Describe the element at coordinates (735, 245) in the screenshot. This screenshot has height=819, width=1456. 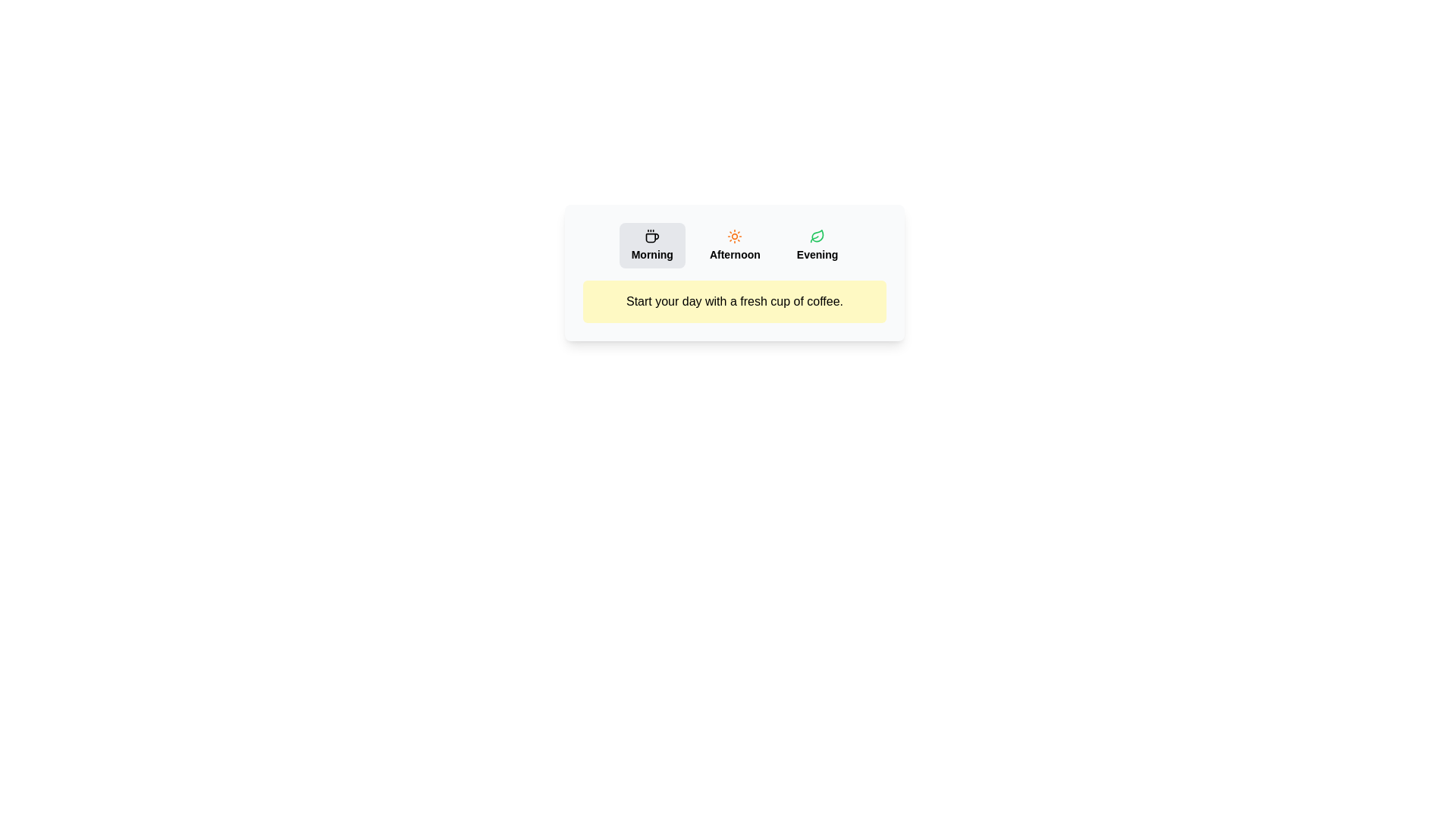
I see `the Afternoon tab` at that location.